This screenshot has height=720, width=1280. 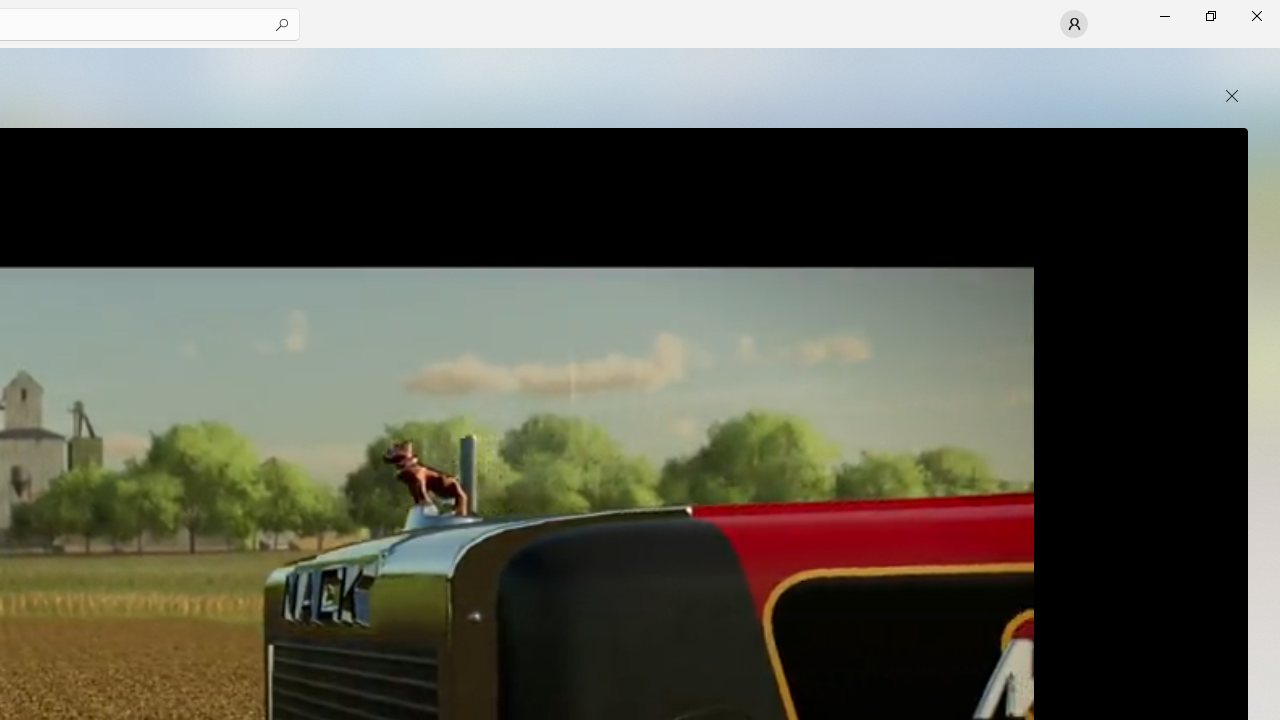 What do you see at coordinates (1255, 15) in the screenshot?
I see `'Close Microsoft Store'` at bounding box center [1255, 15].